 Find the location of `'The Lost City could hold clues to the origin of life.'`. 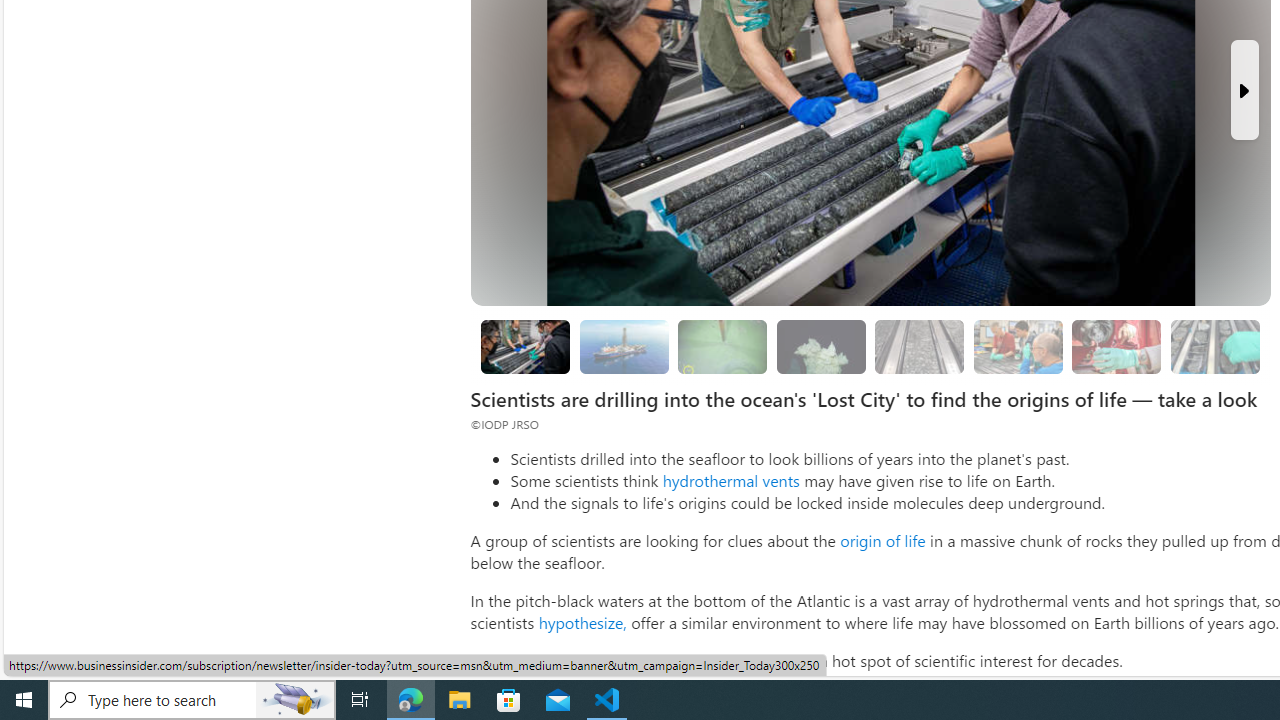

'The Lost City could hold clues to the origin of life.' is located at coordinates (821, 345).